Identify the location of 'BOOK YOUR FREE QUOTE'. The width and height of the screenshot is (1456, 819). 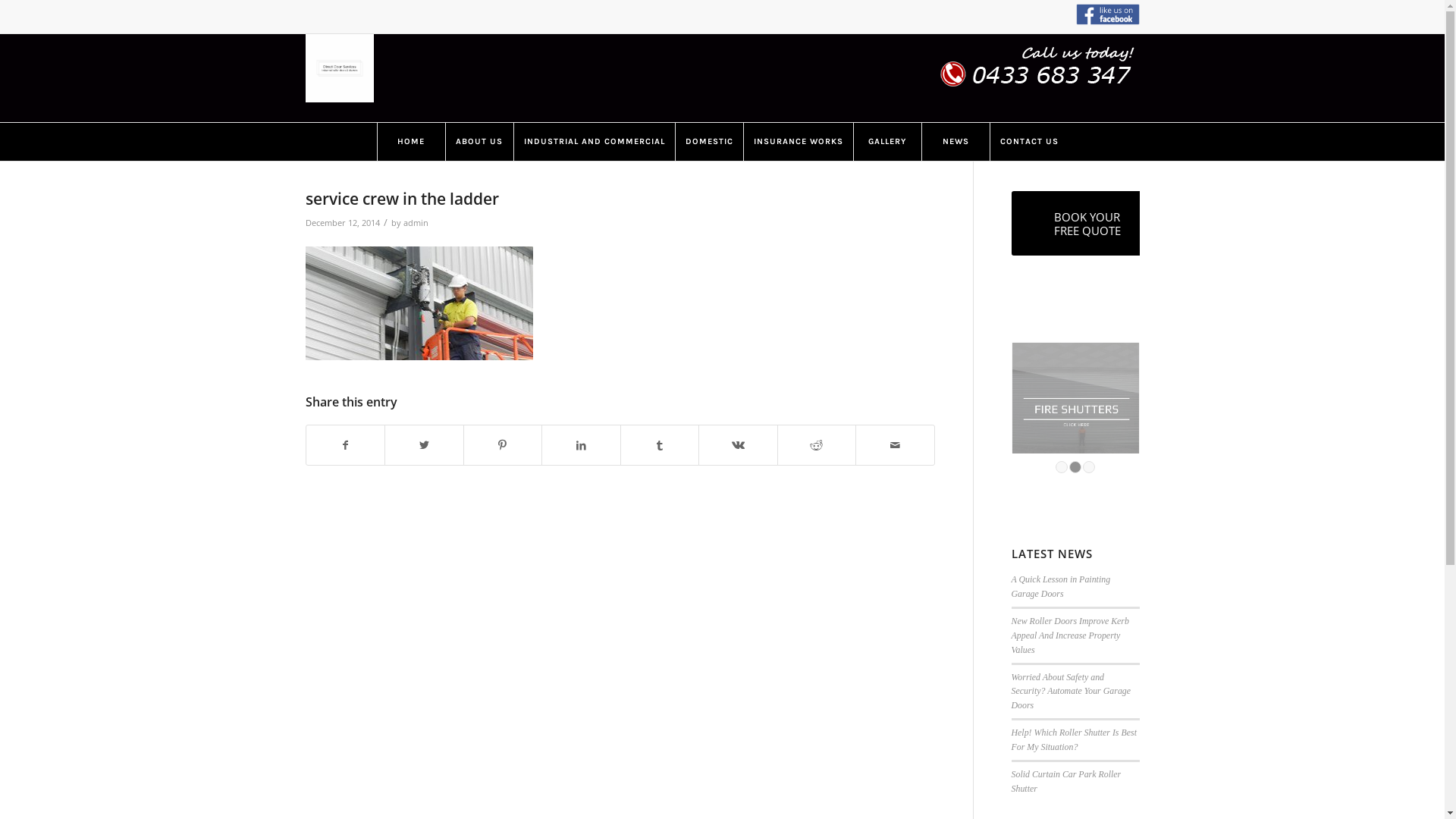
(1087, 223).